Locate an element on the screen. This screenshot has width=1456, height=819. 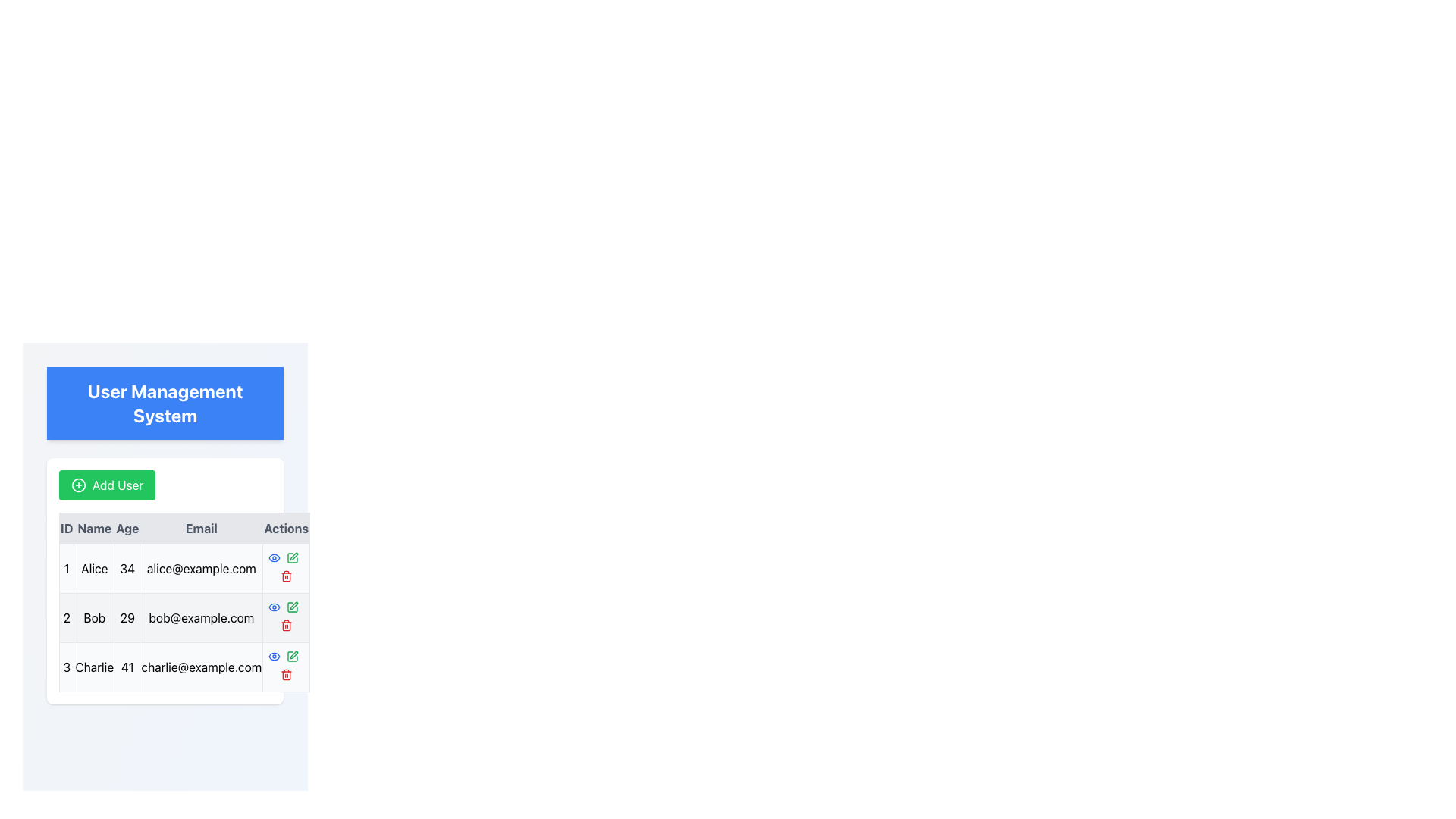
the circular icon with a plus symbol located to the left of the green 'Add User' button, which is below the blue 'User Management System' banner is located at coordinates (78, 485).